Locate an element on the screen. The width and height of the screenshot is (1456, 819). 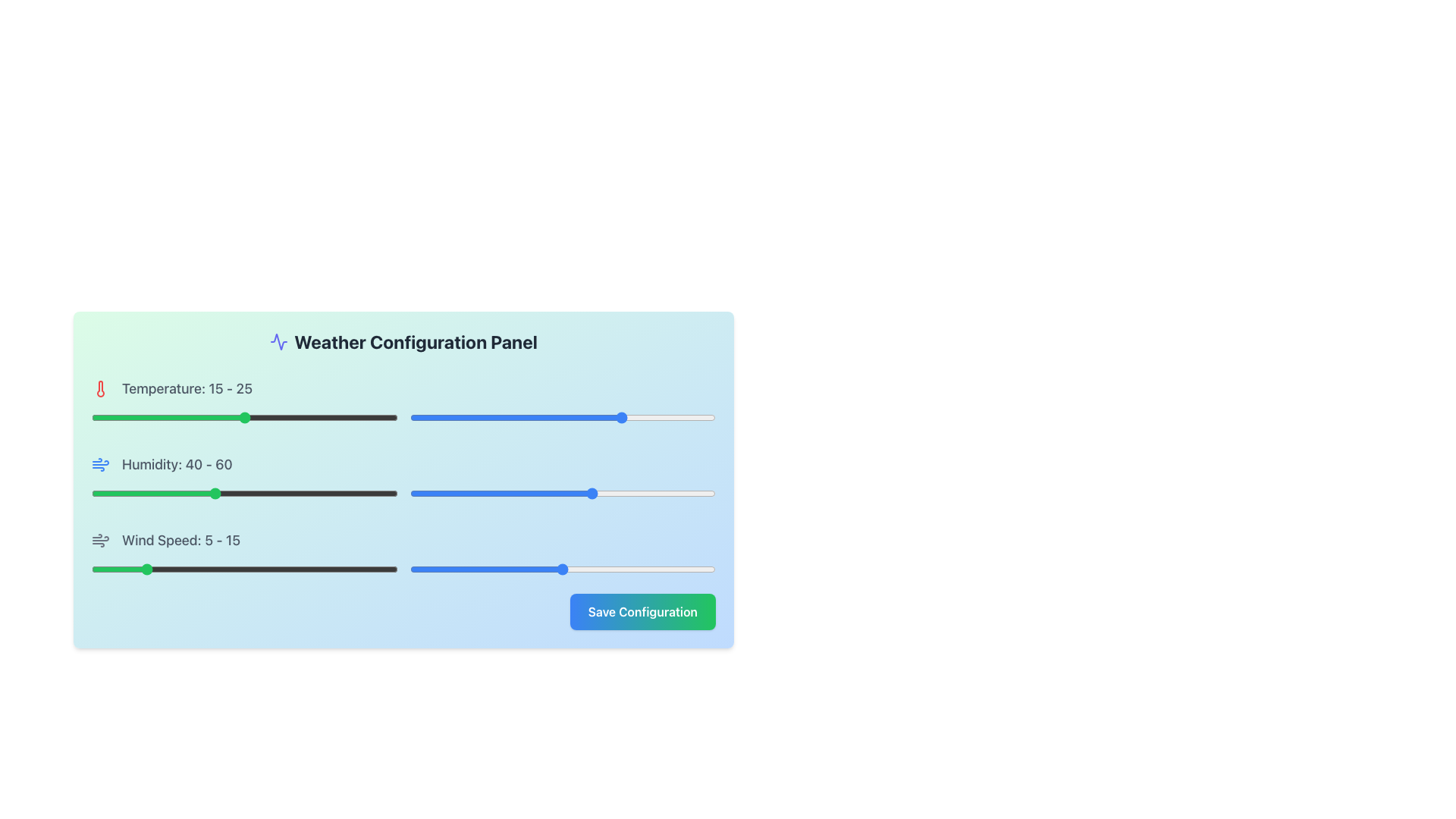
the wind speed is located at coordinates (335, 570).